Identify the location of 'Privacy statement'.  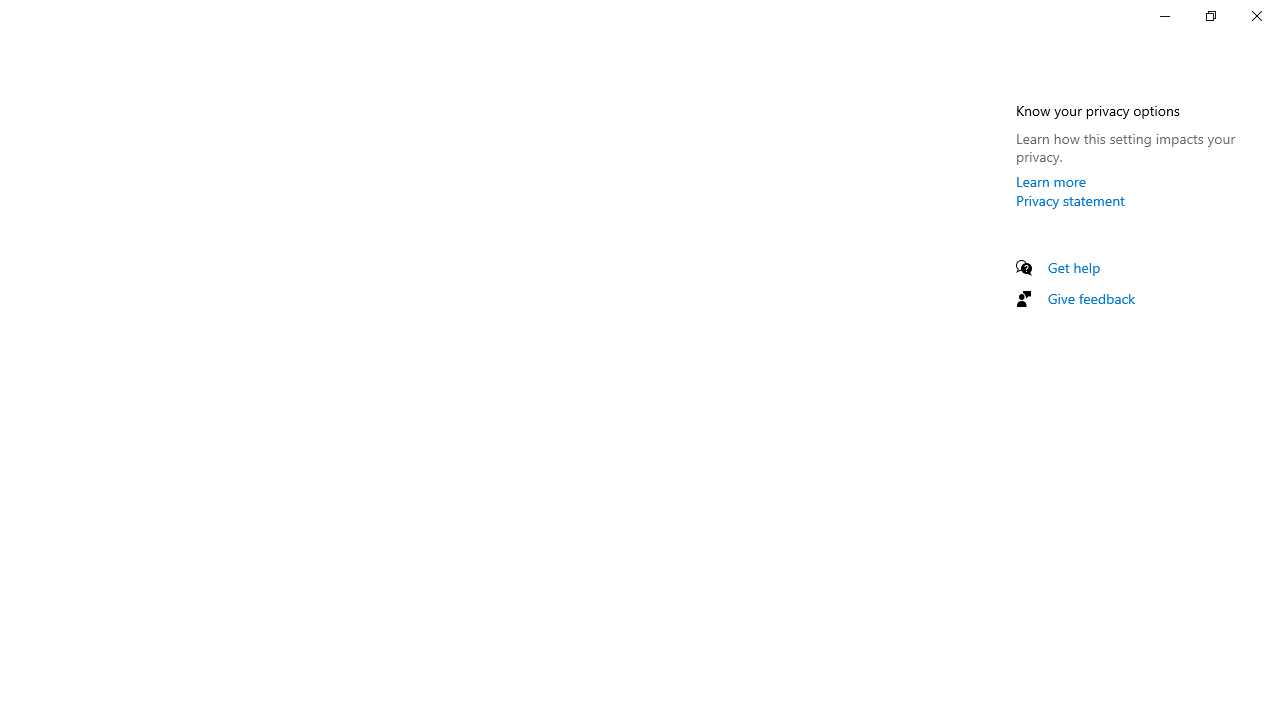
(1069, 200).